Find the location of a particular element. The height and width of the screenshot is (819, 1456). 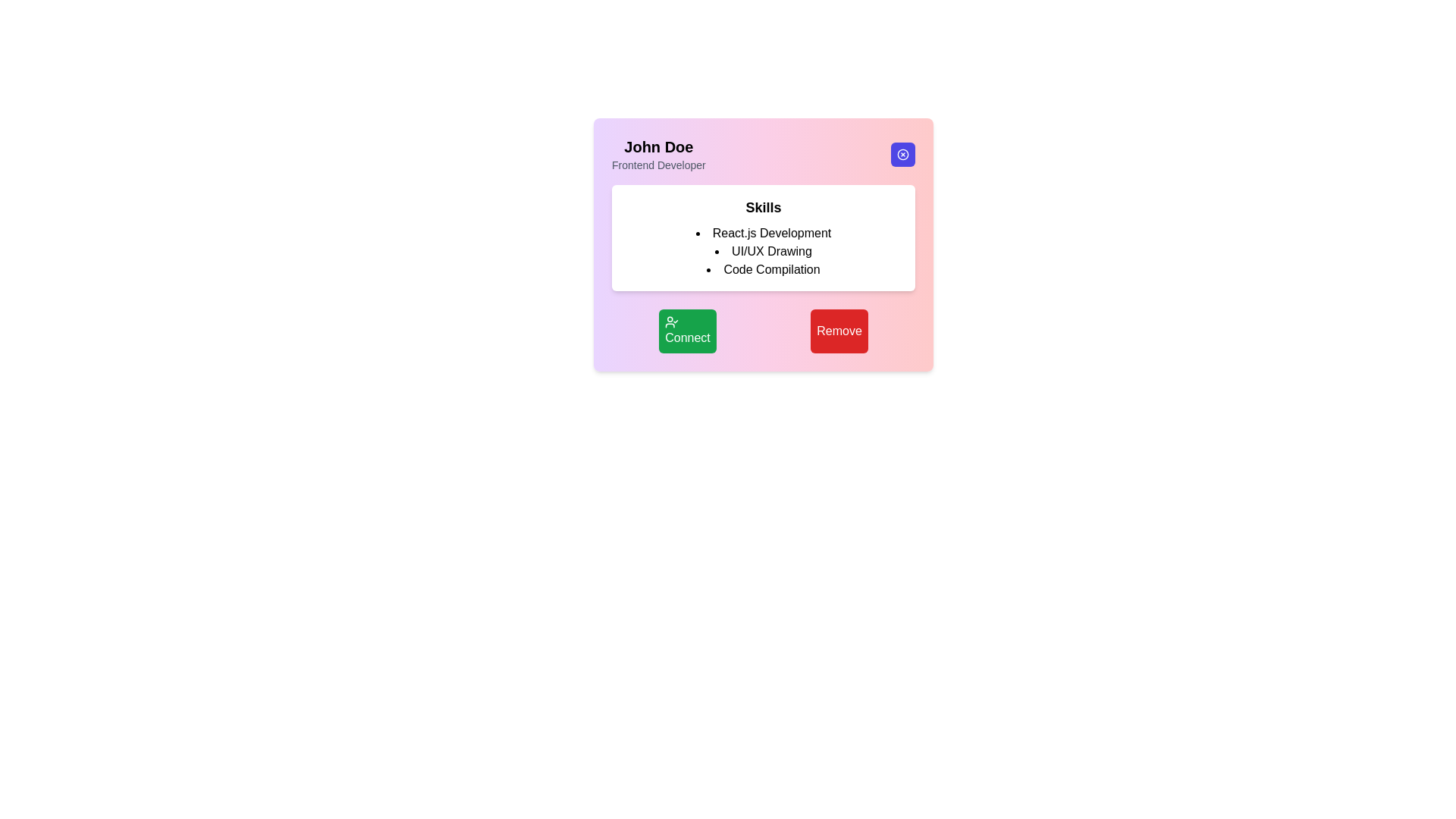

the text label displaying 'Frontend Developer' located directly below the 'John Doe' label in a colored card is located at coordinates (658, 165).